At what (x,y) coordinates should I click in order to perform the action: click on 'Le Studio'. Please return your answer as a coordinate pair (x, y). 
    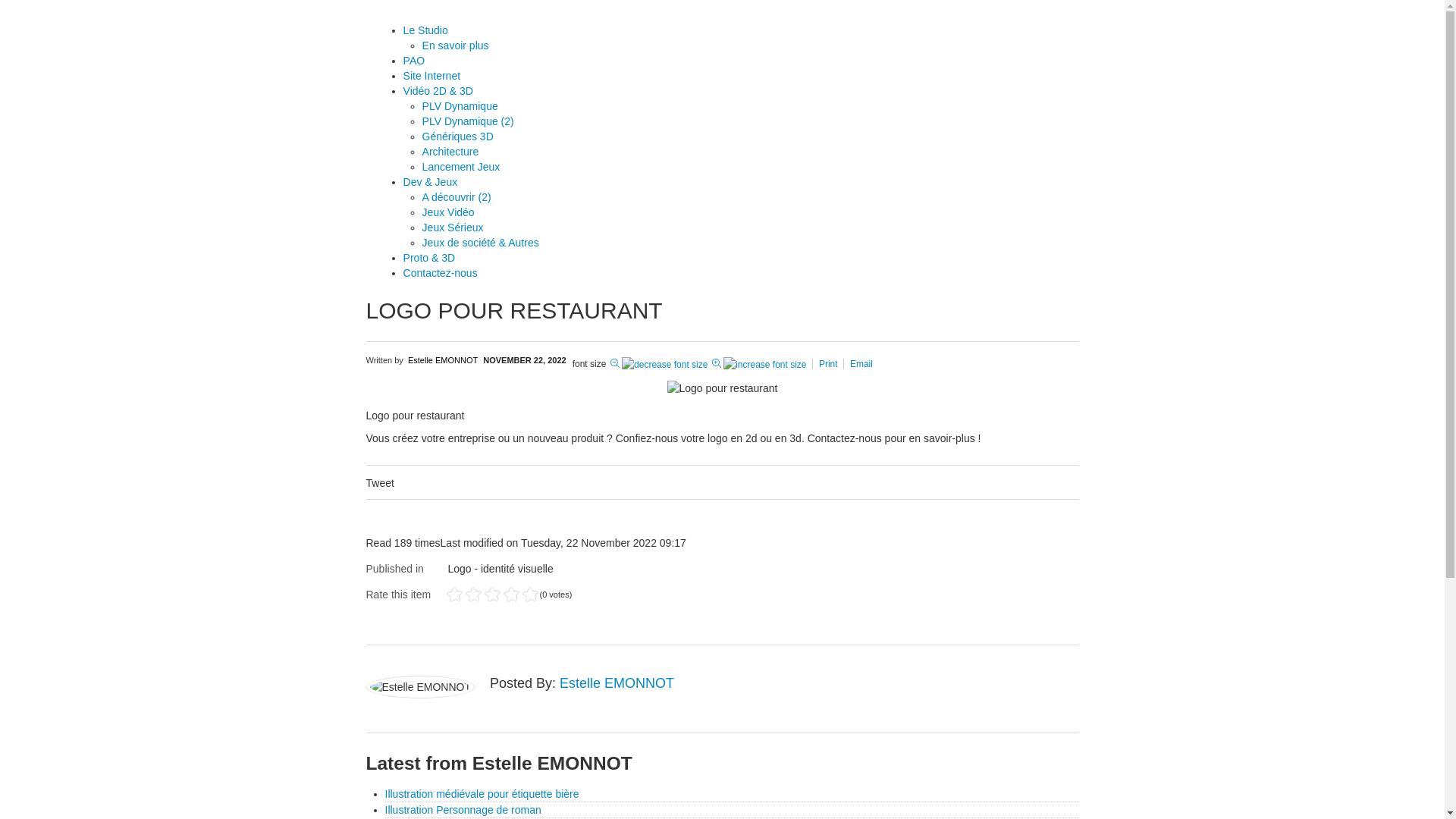
    Looking at the image, I should click on (403, 30).